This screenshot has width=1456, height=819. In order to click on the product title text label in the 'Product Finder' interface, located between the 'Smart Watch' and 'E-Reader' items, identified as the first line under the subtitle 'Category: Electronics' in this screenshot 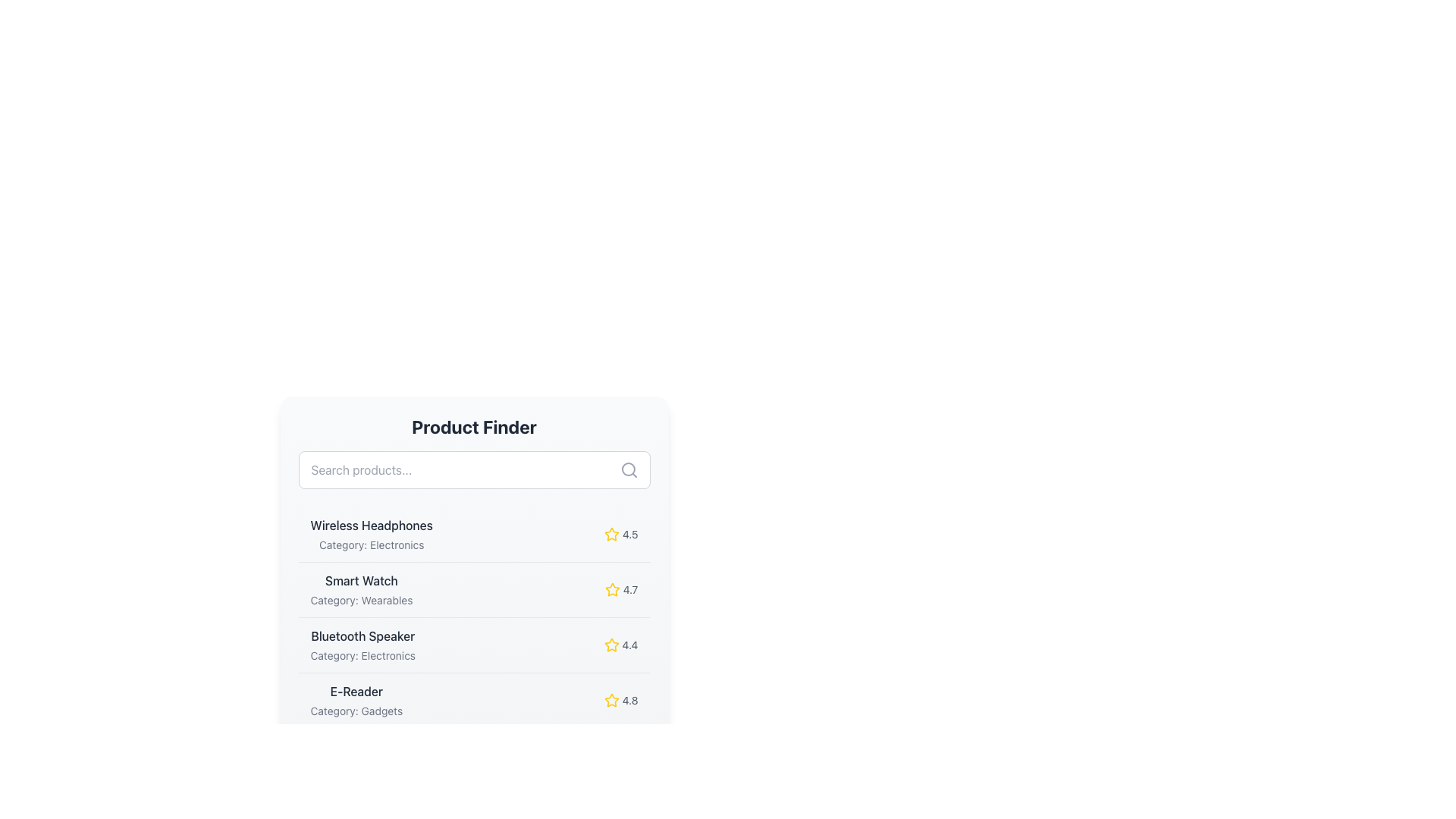, I will do `click(362, 636)`.